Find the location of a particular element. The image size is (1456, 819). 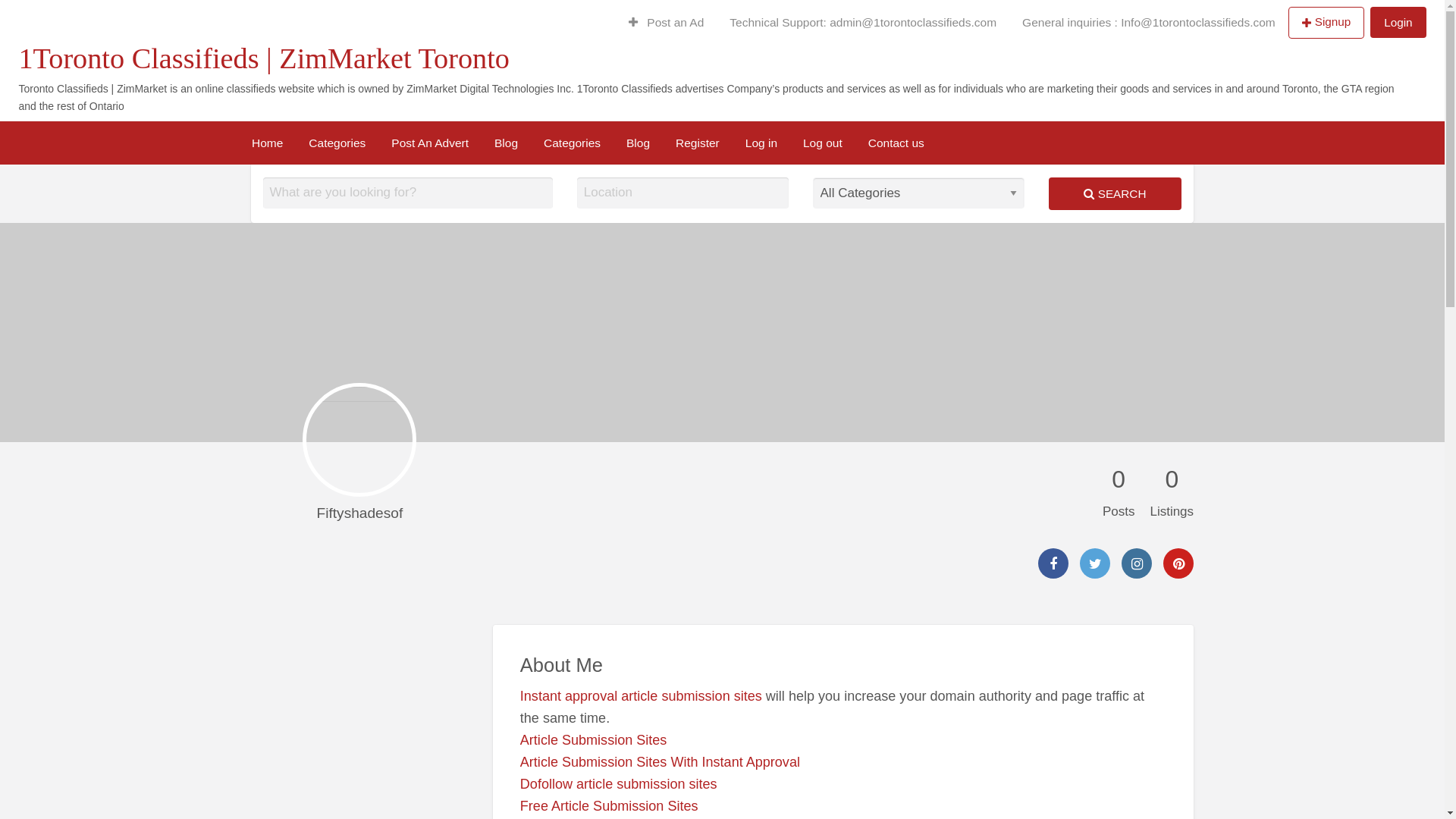

'Post An Advert' is located at coordinates (428, 143).